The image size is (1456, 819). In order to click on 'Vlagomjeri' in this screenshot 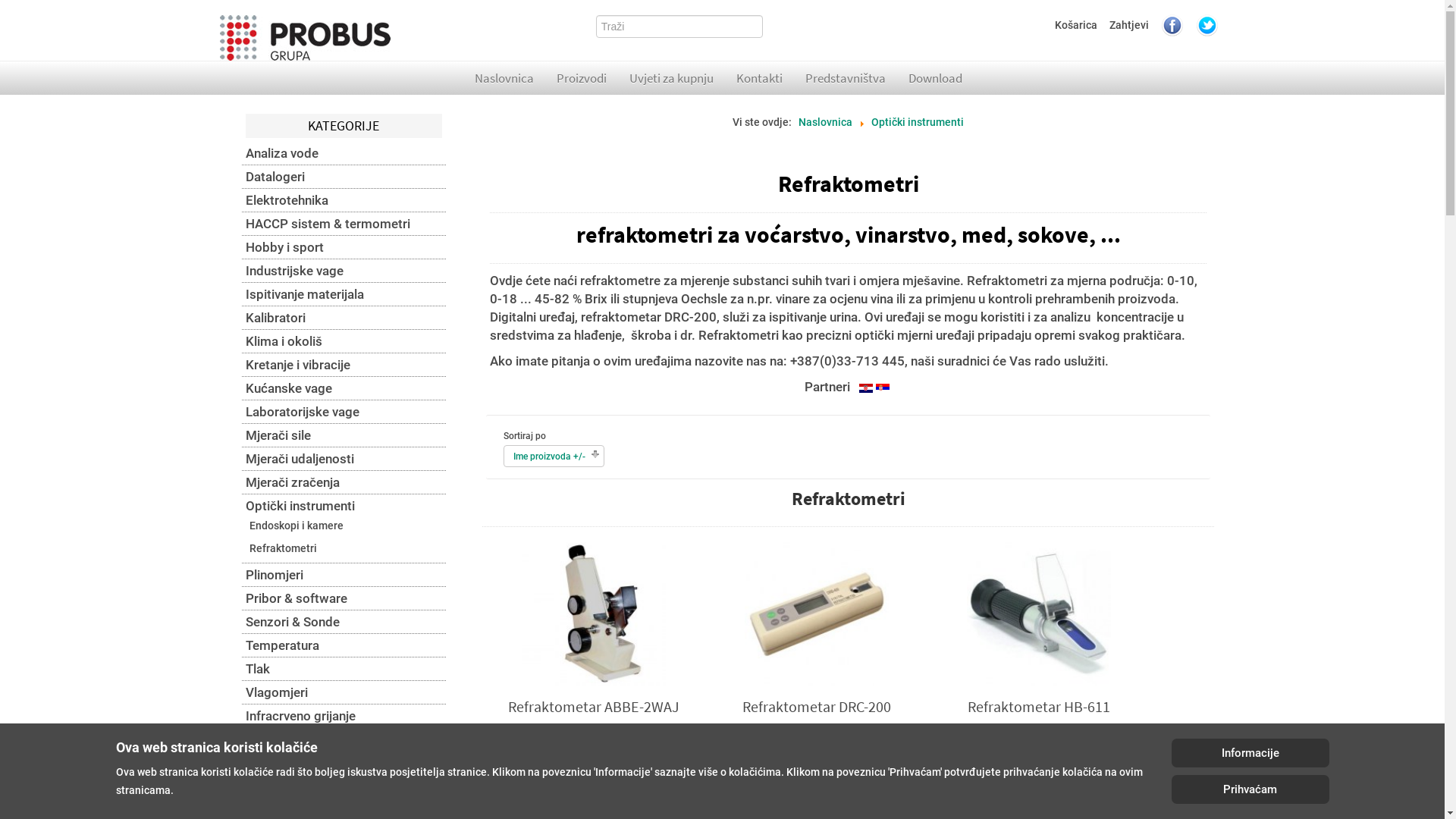, I will do `click(343, 692)`.